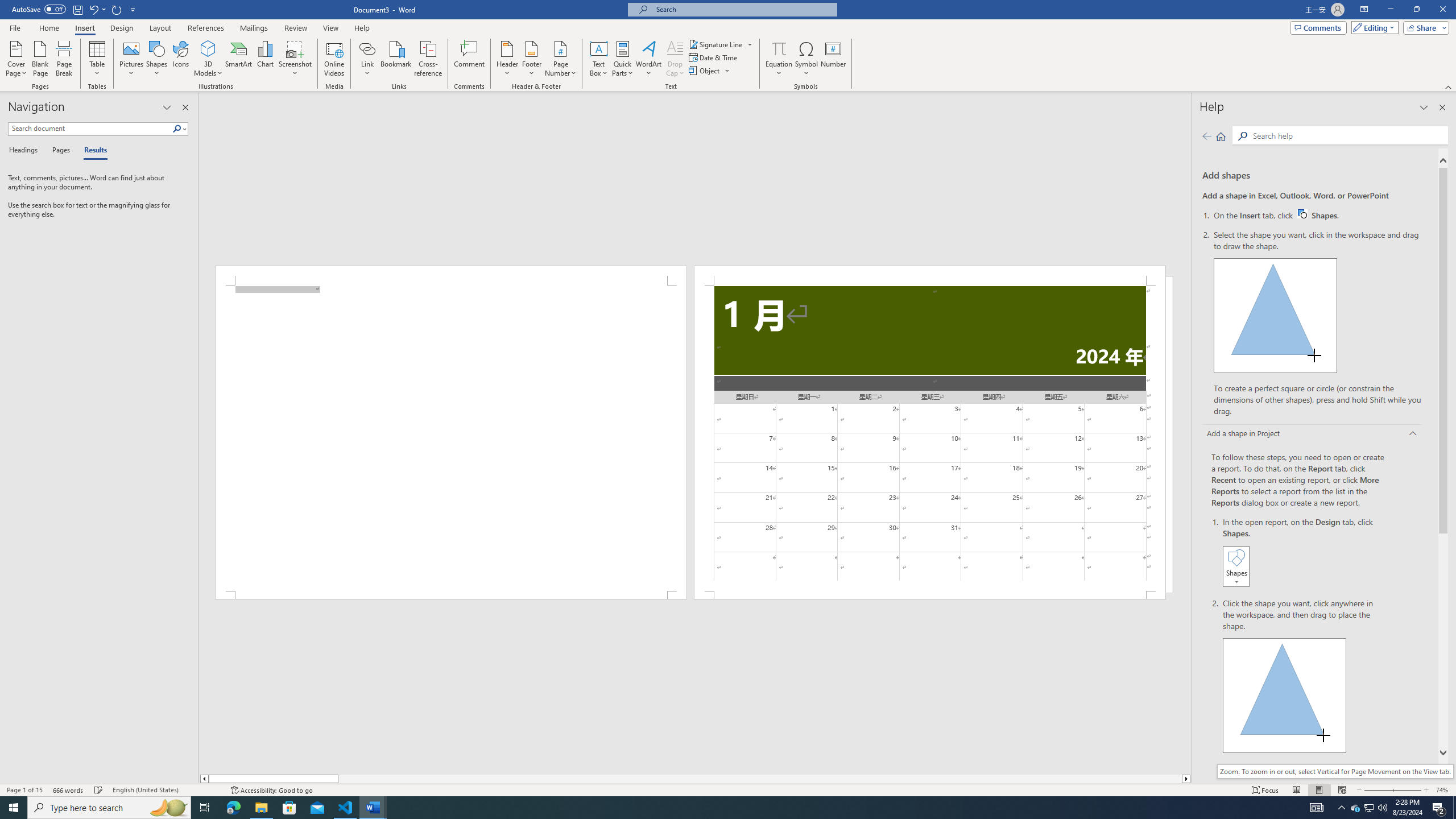  What do you see at coordinates (507, 59) in the screenshot?
I see `'Header'` at bounding box center [507, 59].